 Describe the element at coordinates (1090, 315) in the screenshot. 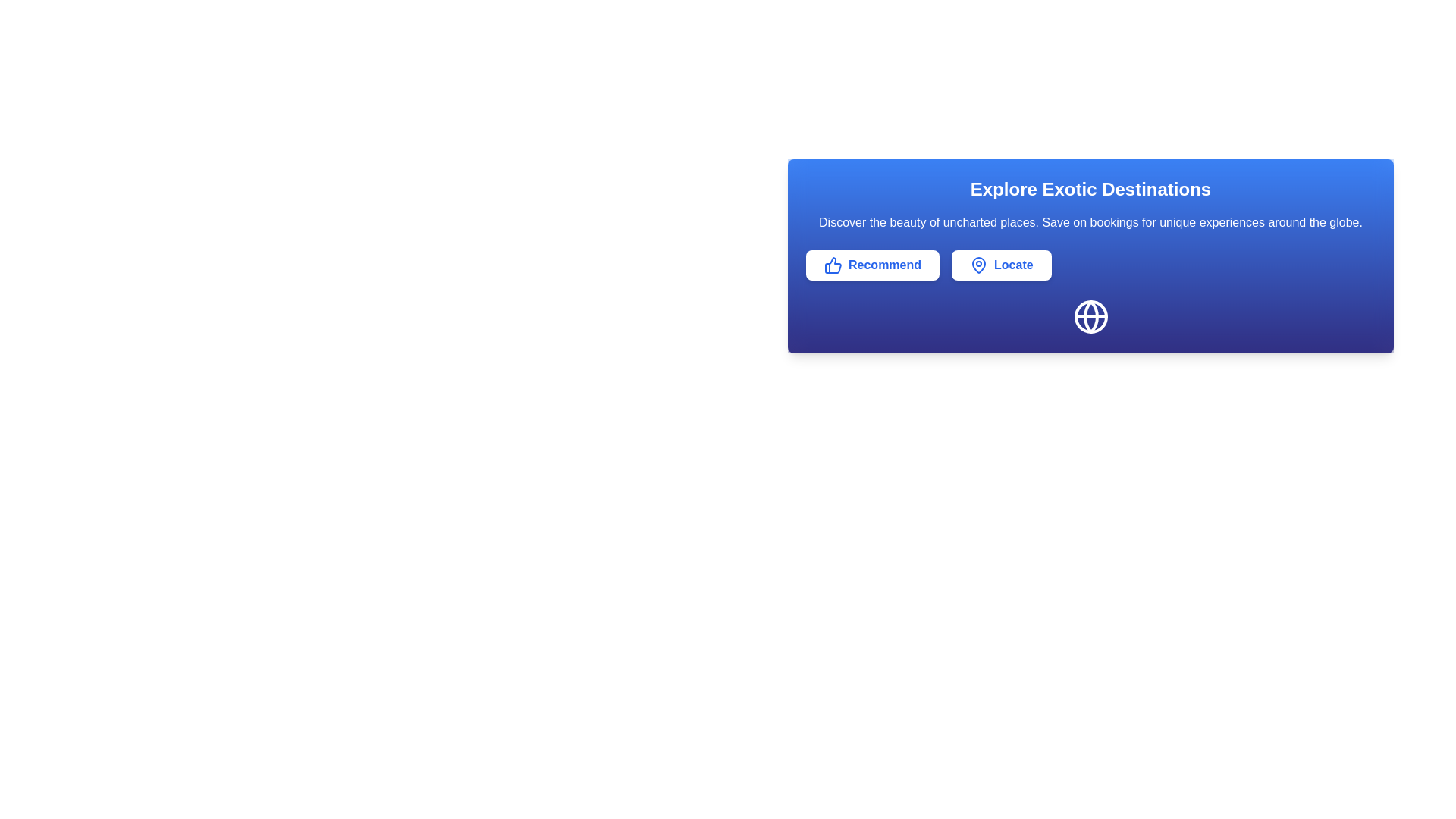

I see `the circular globe icon with a white outline and latitude and longitude lines, located at the center-bottom of the blue card containing the title 'Explore Exotic Destinations' and buttons labeled 'Recommend' and 'Locate'` at that location.